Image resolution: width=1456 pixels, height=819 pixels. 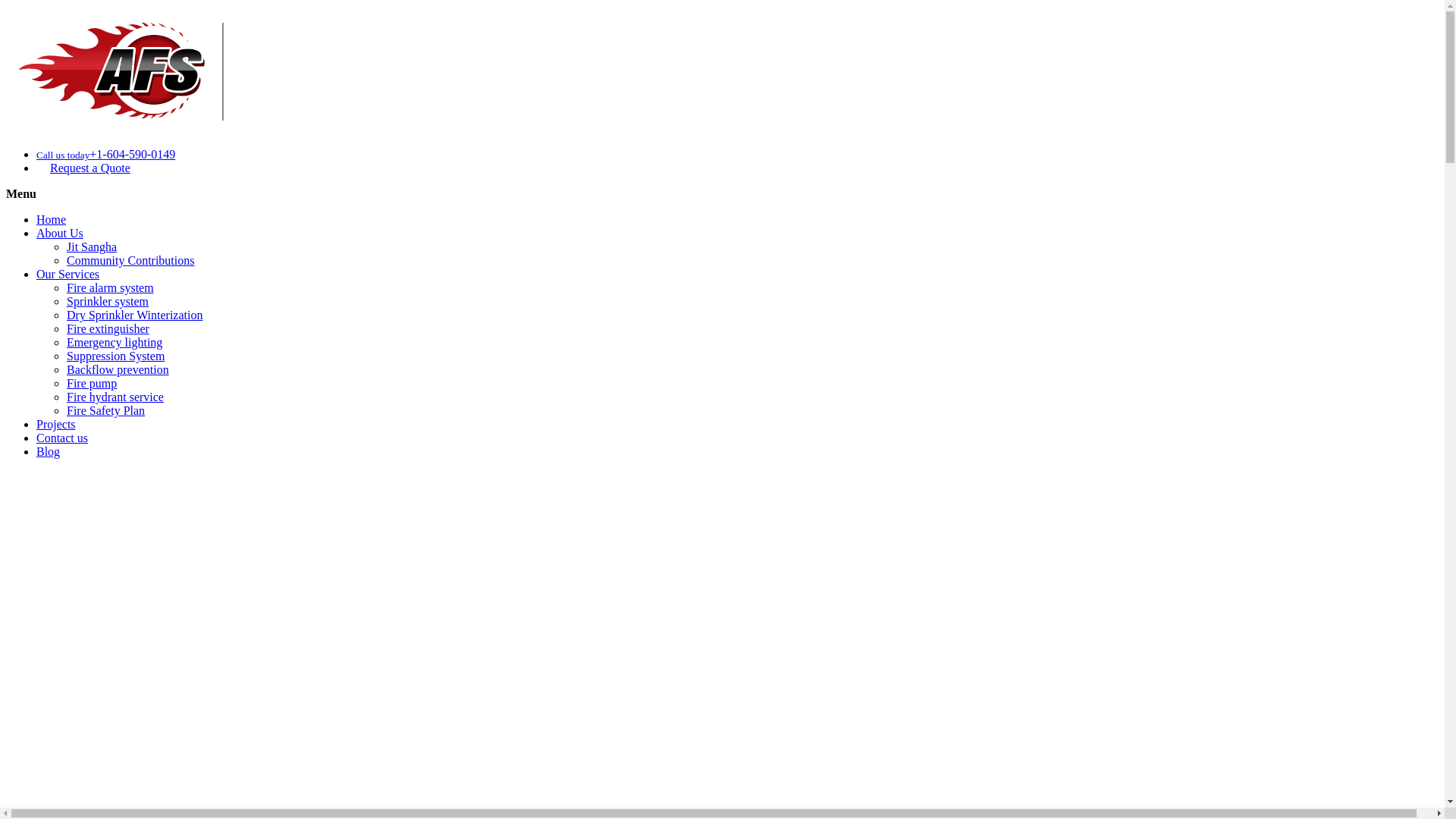 I want to click on 'Fire pump', so click(x=90, y=382).